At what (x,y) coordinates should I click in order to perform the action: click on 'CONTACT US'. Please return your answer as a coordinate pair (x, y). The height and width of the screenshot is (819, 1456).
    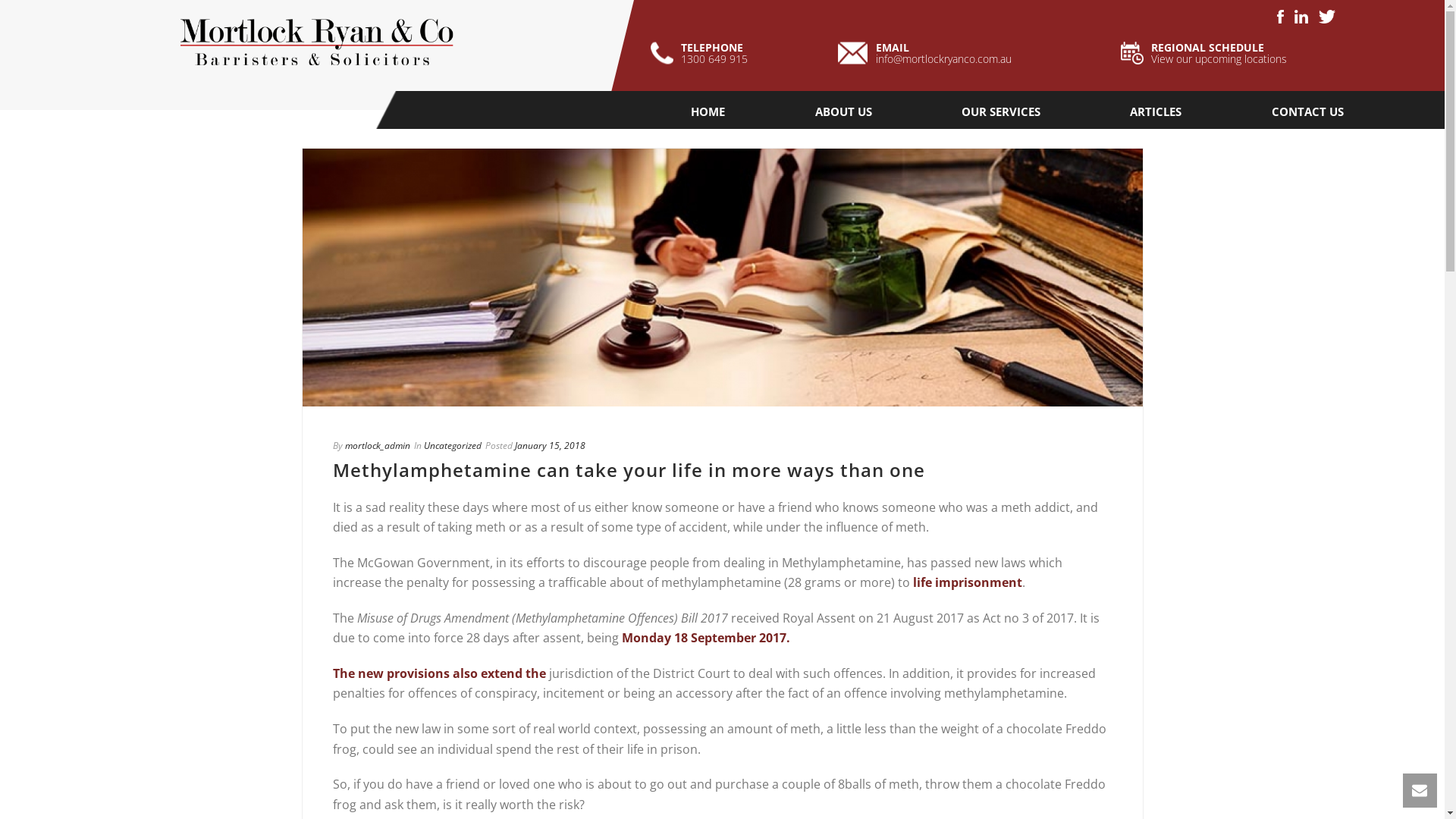
    Looking at the image, I should click on (1307, 110).